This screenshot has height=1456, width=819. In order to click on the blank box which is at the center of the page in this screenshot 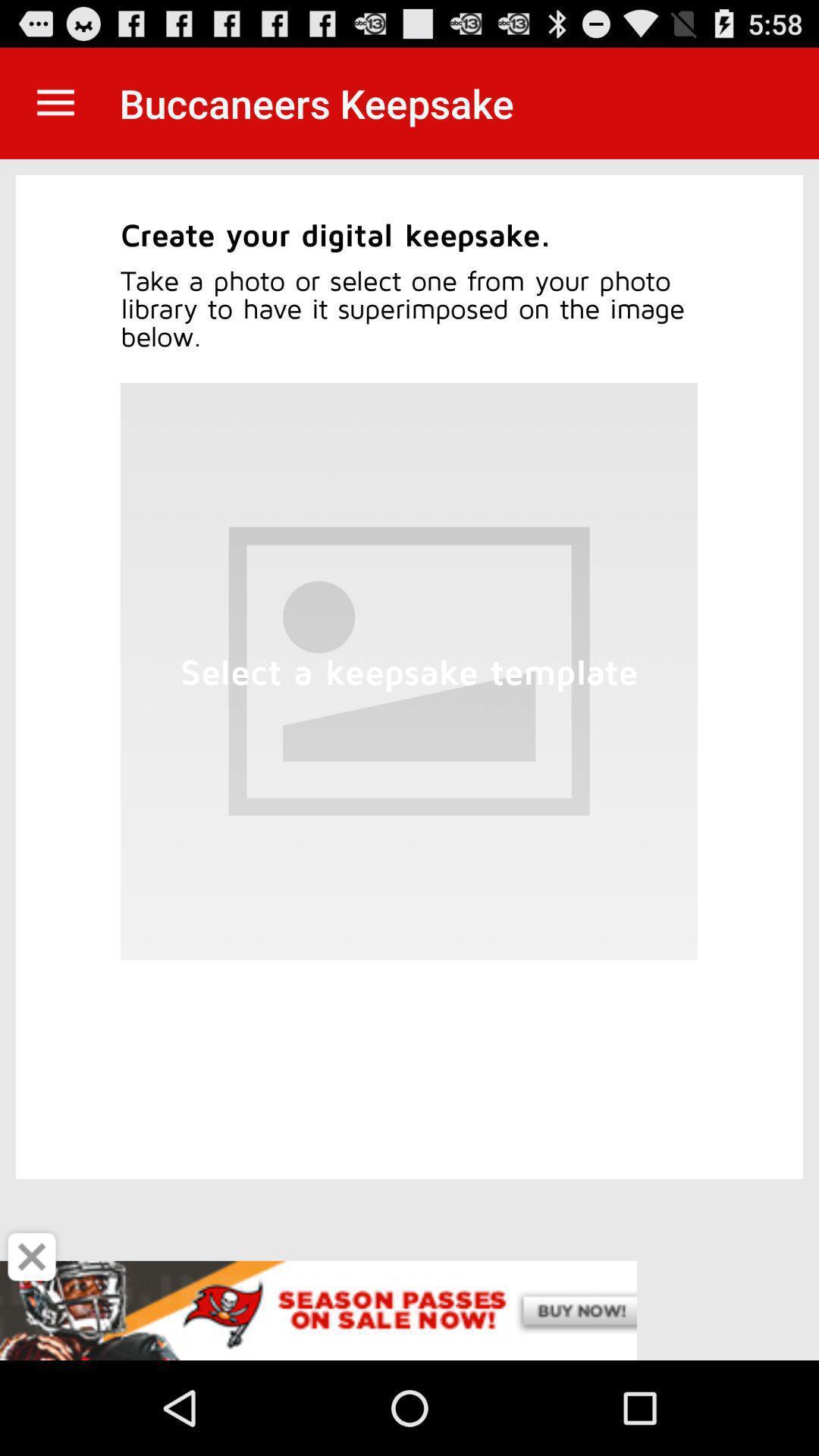, I will do `click(408, 670)`.